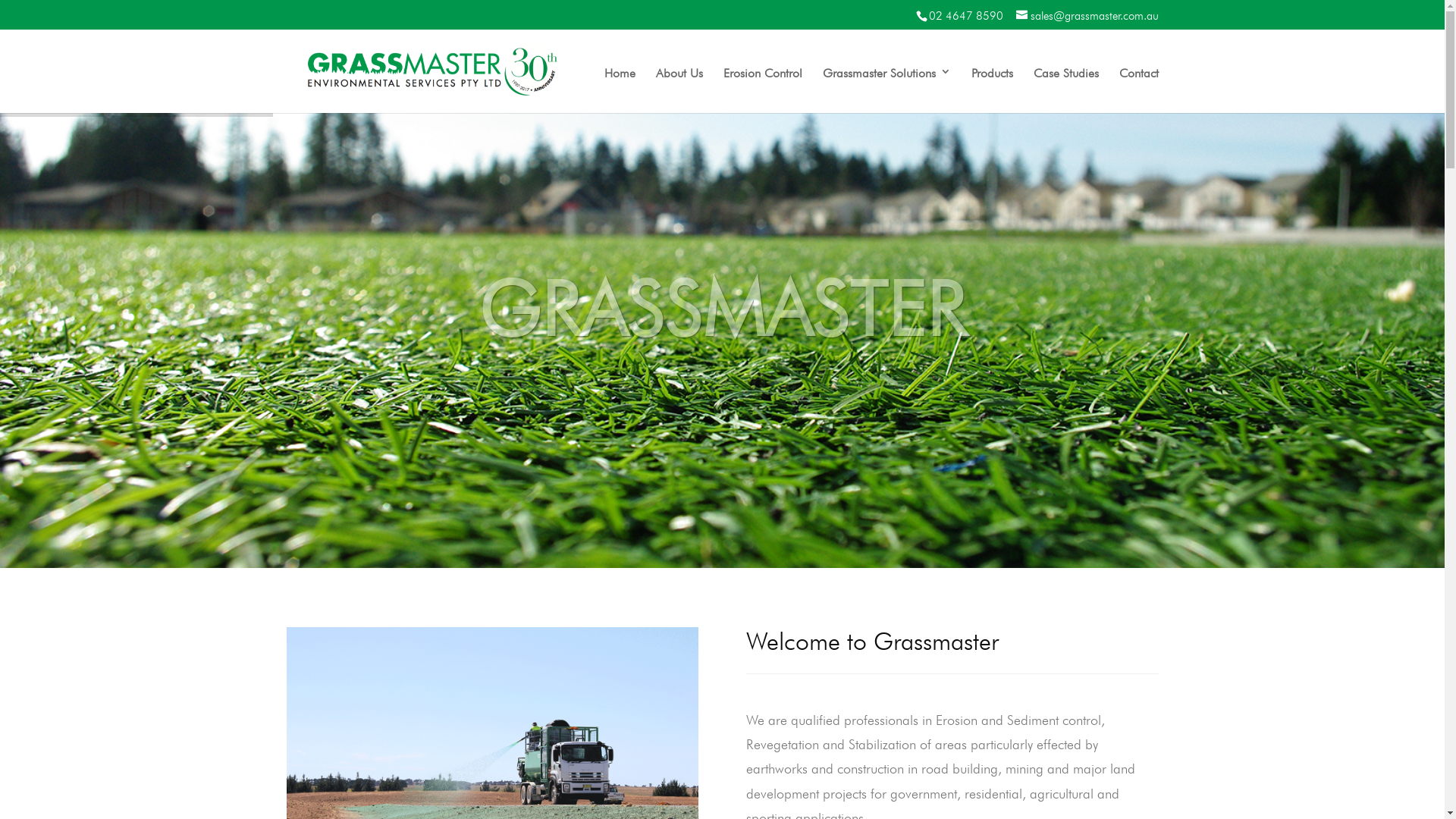 This screenshot has width=1456, height=819. I want to click on 'Products', so click(991, 89).